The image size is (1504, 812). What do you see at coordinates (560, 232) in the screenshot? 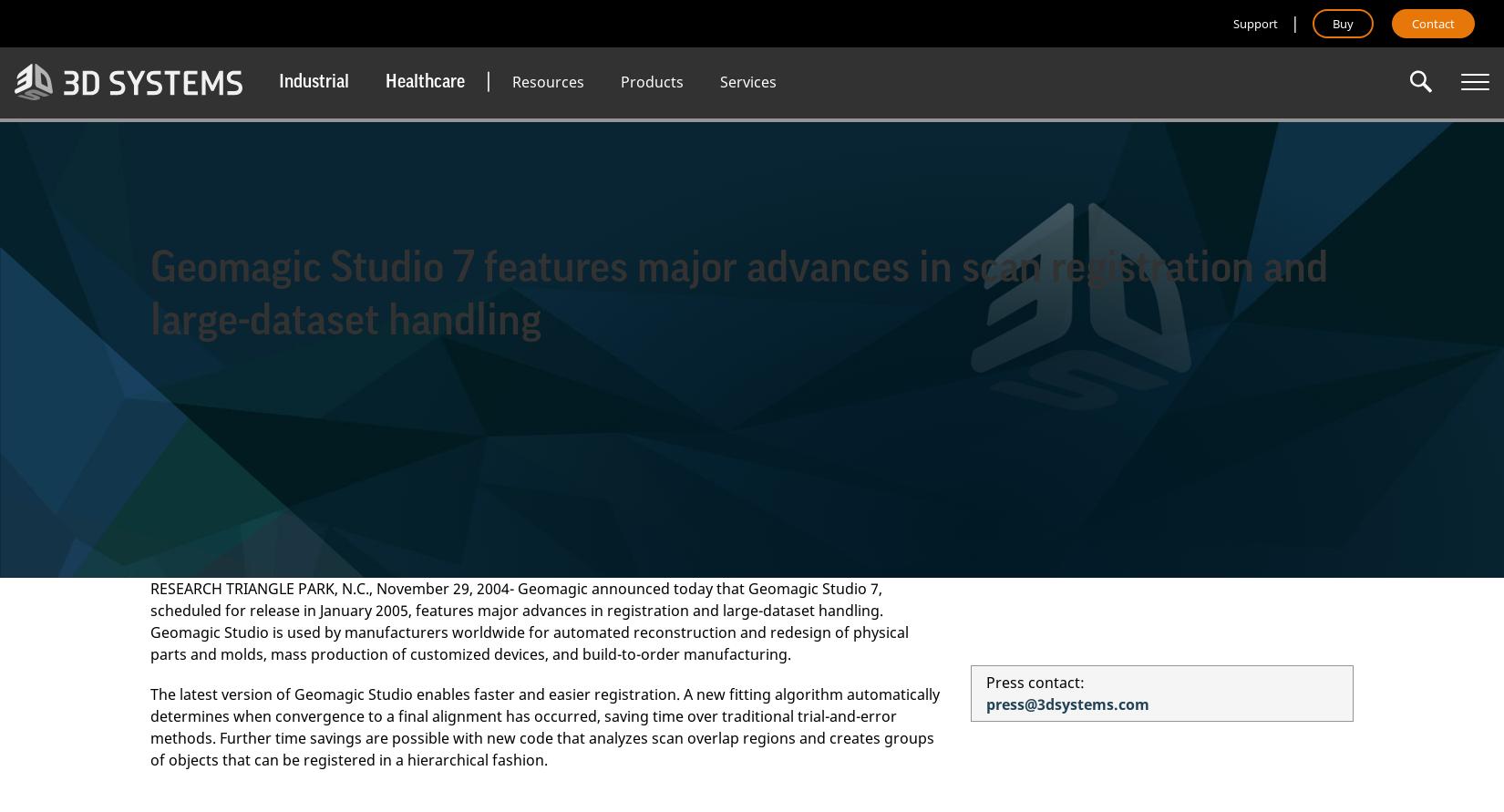
I see `'Customer Story'` at bounding box center [560, 232].